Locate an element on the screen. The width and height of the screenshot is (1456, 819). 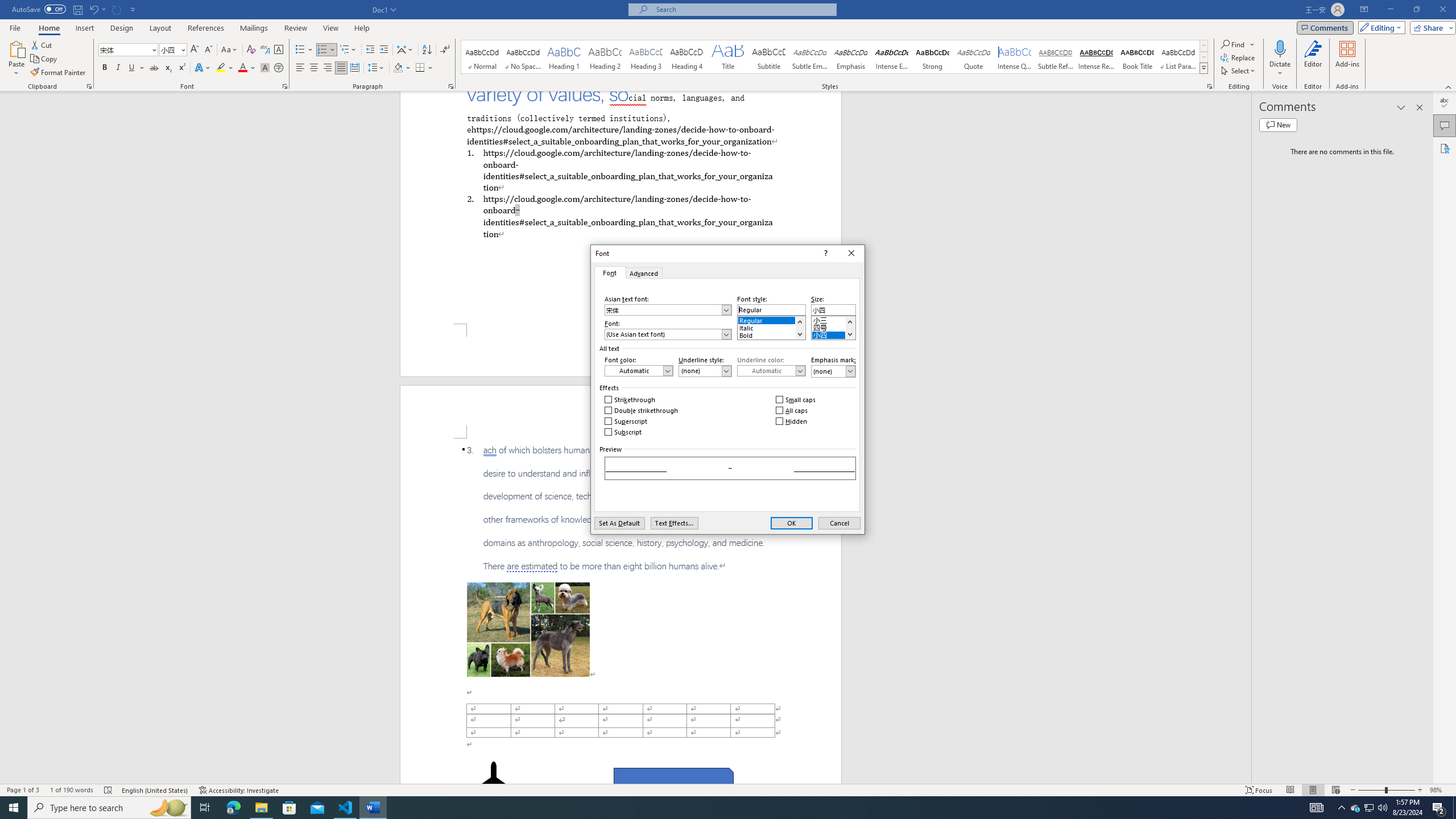
'Class: MsoCommandBar' is located at coordinates (728, 789).